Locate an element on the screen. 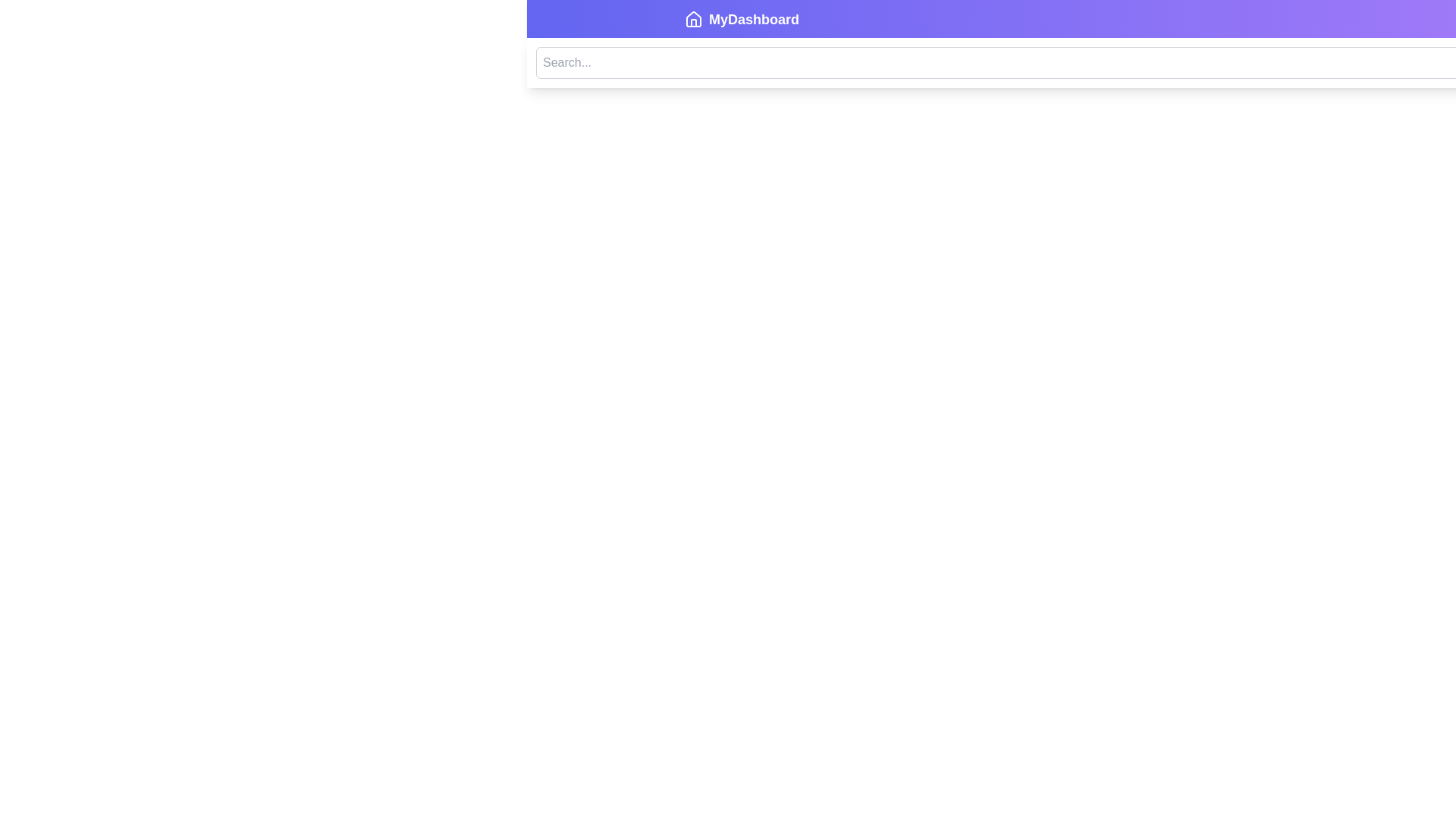 This screenshot has height=819, width=1456. the navigation icon located to the left of the 'MyDashboard' label is located at coordinates (693, 20).